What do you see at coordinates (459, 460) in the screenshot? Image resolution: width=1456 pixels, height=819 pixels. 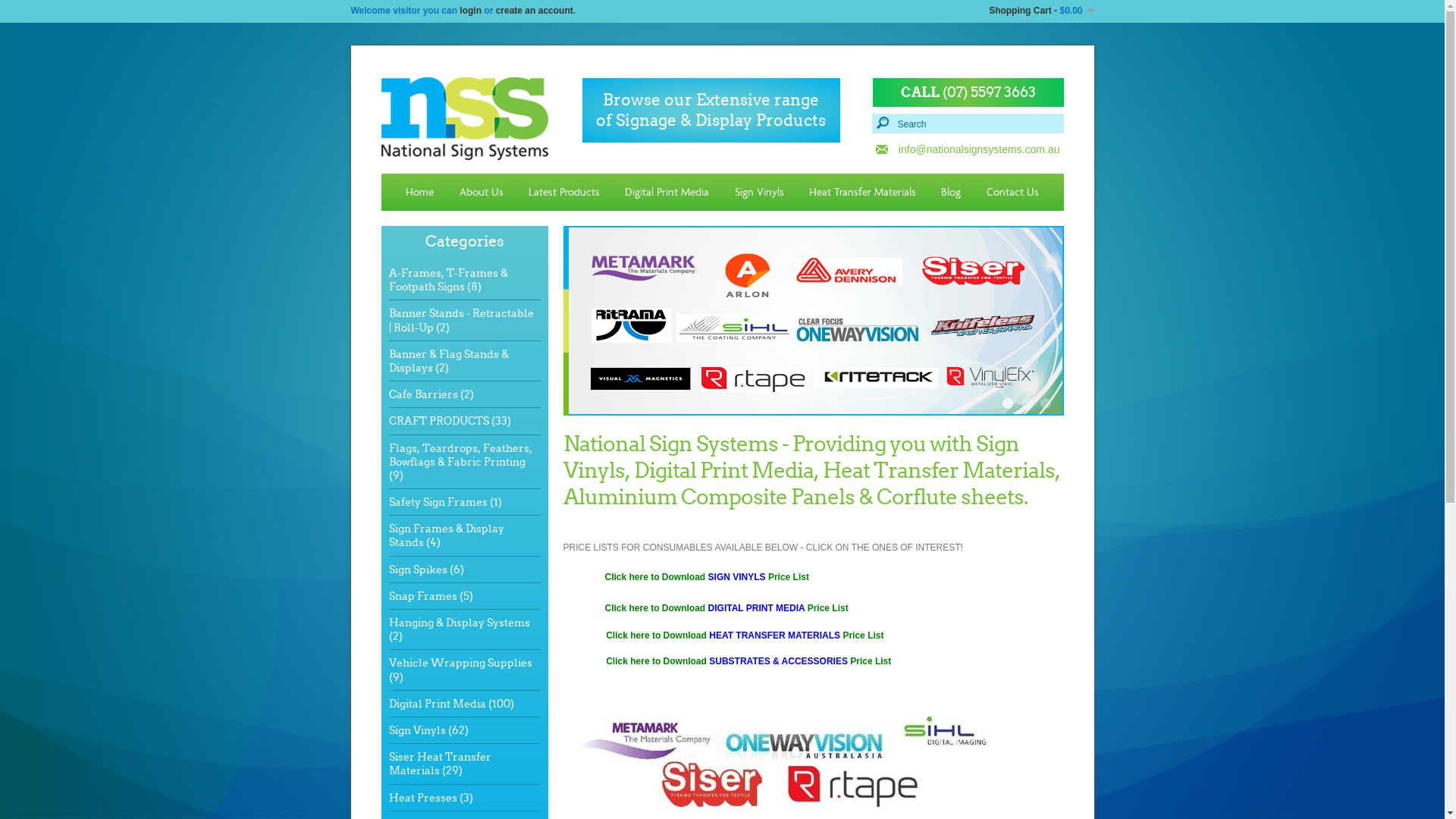 I see `'Flags, Teardrops, Feathers, Bowflags & Fabric Printing (9)'` at bounding box center [459, 460].